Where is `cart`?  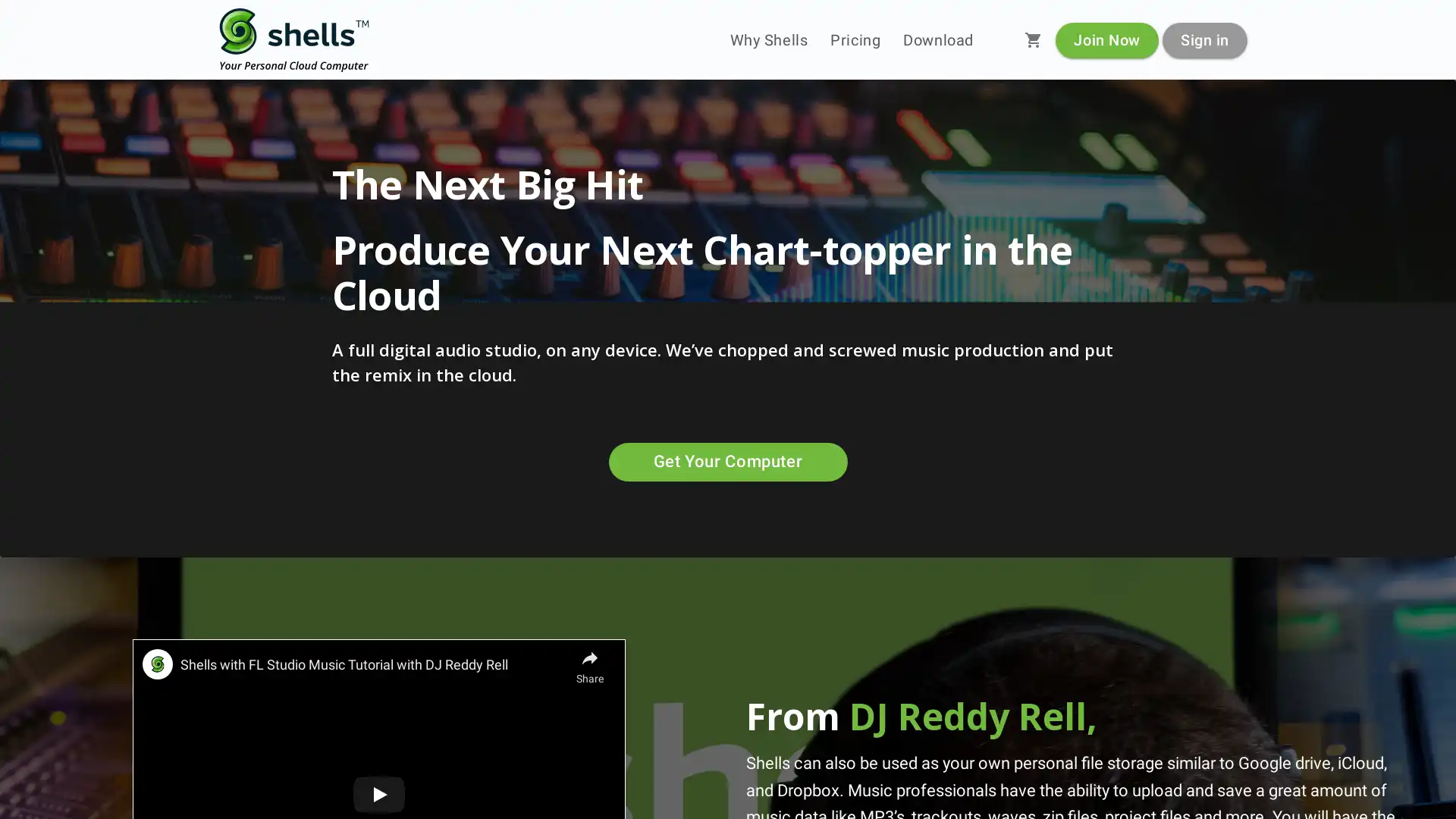 cart is located at coordinates (1033, 39).